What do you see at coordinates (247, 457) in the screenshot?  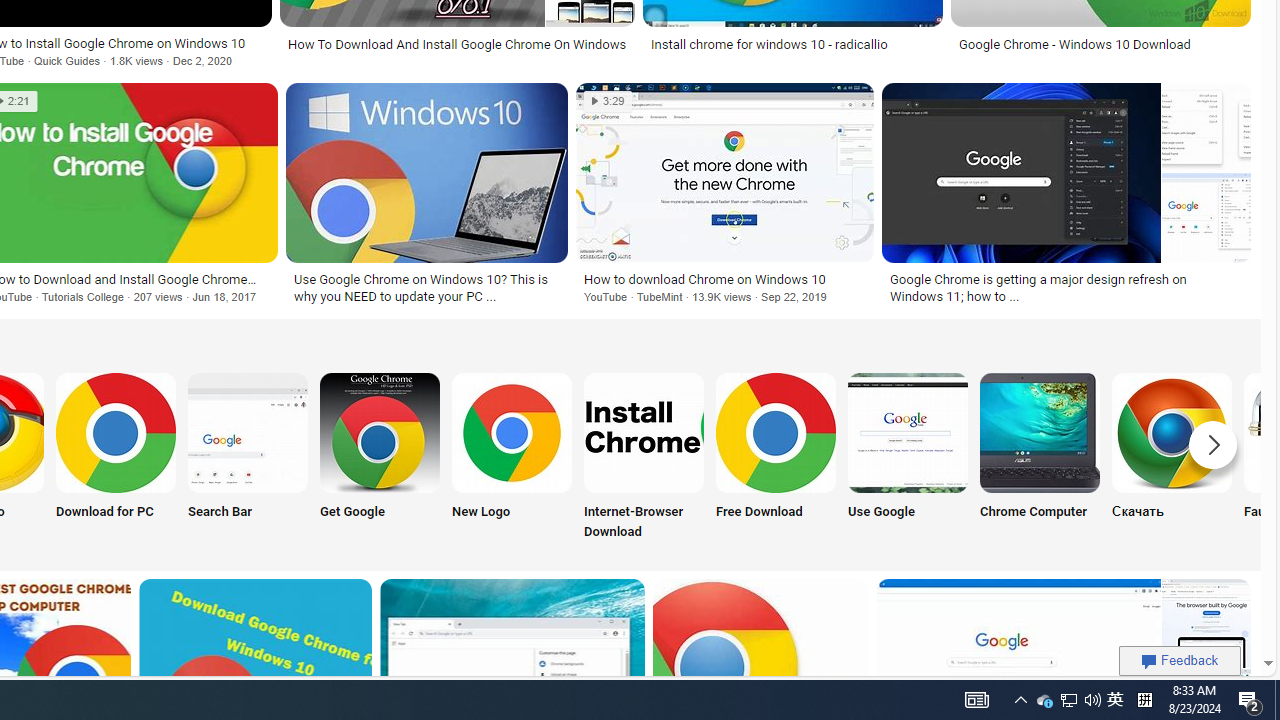 I see `'Search Bar'` at bounding box center [247, 457].